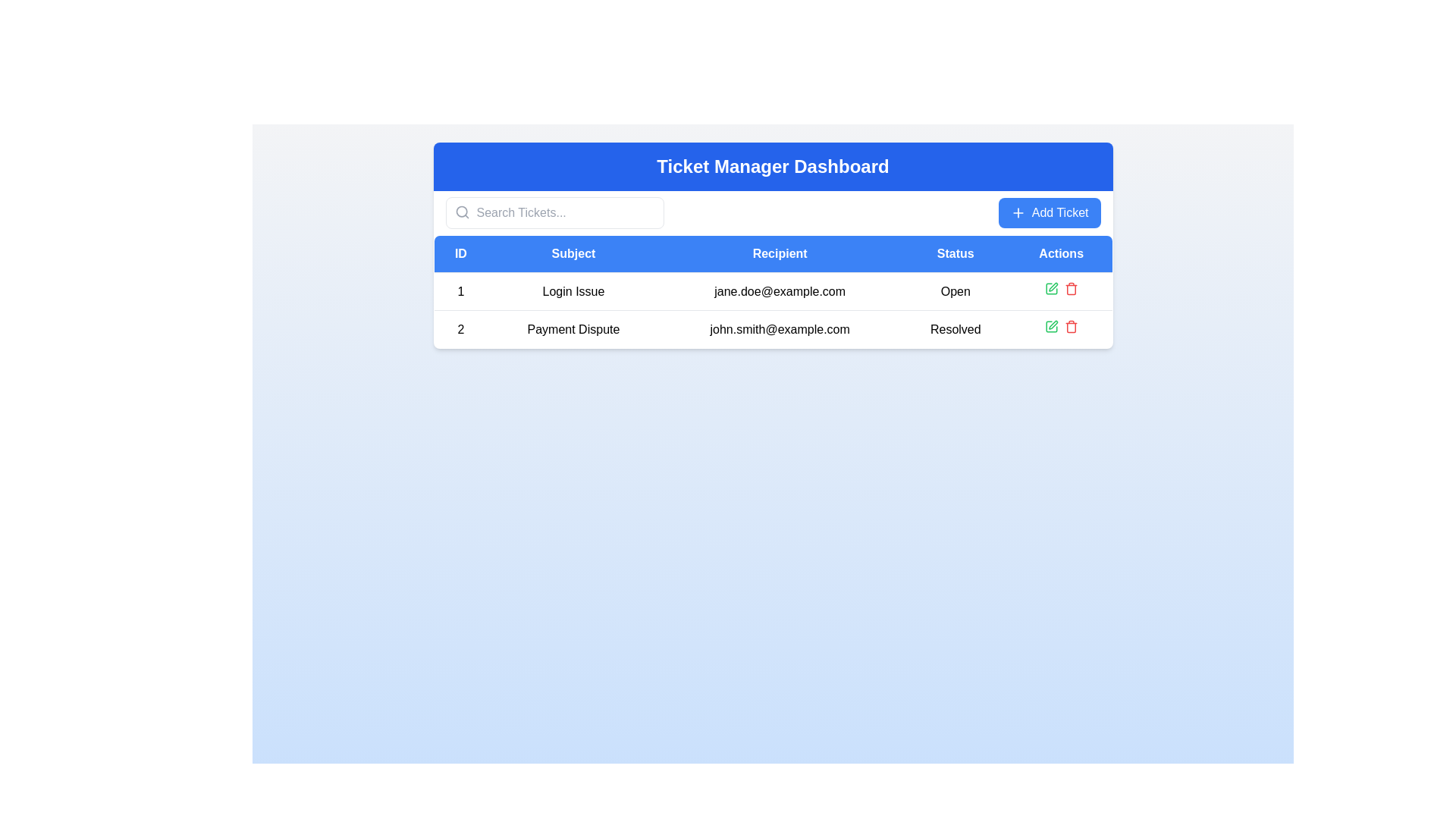  Describe the element at coordinates (1018, 213) in the screenshot. I see `the plus icon located to the left of the 'Add Ticket' text inside the blue rectangular button in the top-right corner of the interface` at that location.